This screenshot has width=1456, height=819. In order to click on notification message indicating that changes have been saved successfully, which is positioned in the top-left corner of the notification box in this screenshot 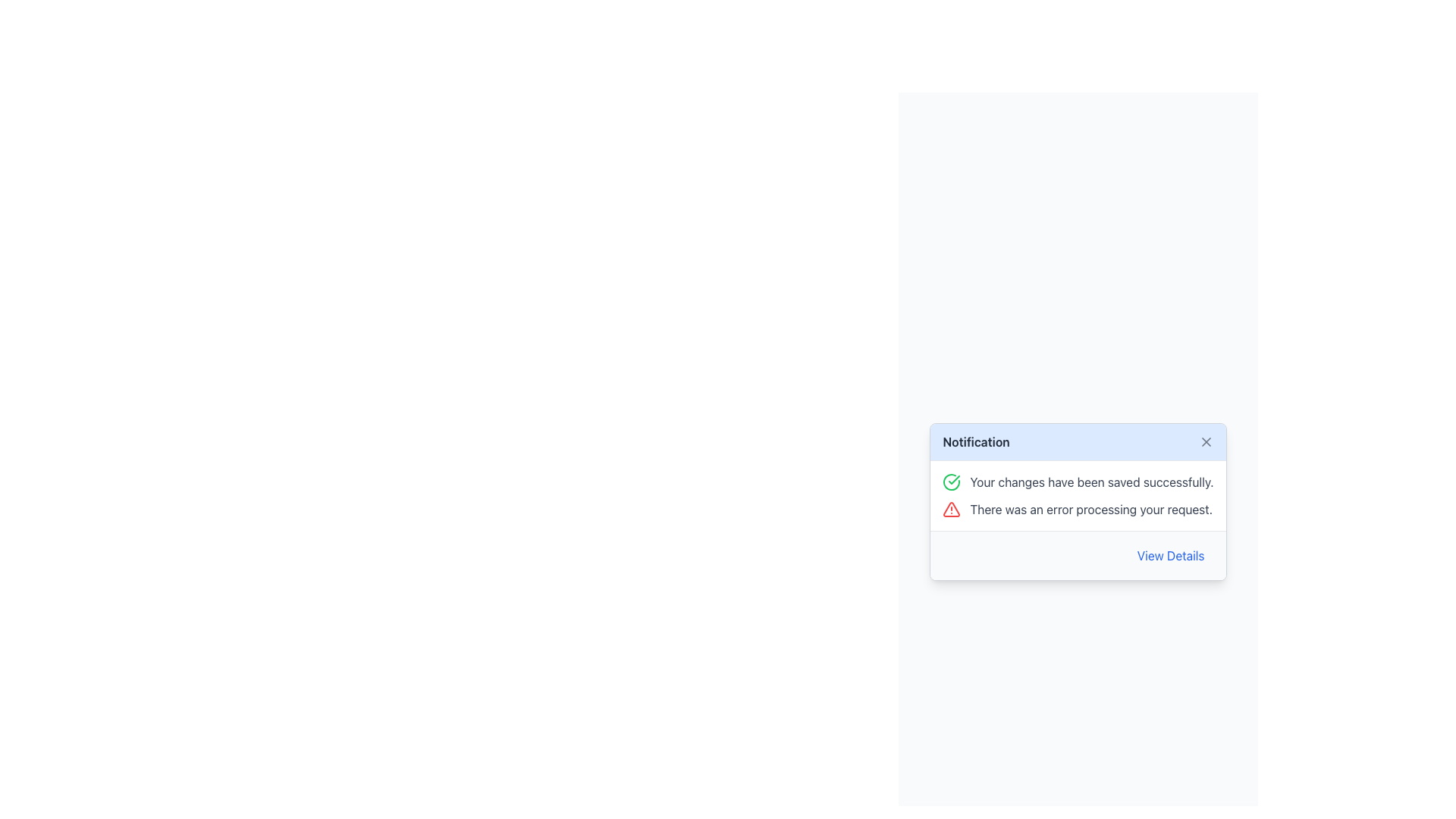, I will do `click(1077, 482)`.